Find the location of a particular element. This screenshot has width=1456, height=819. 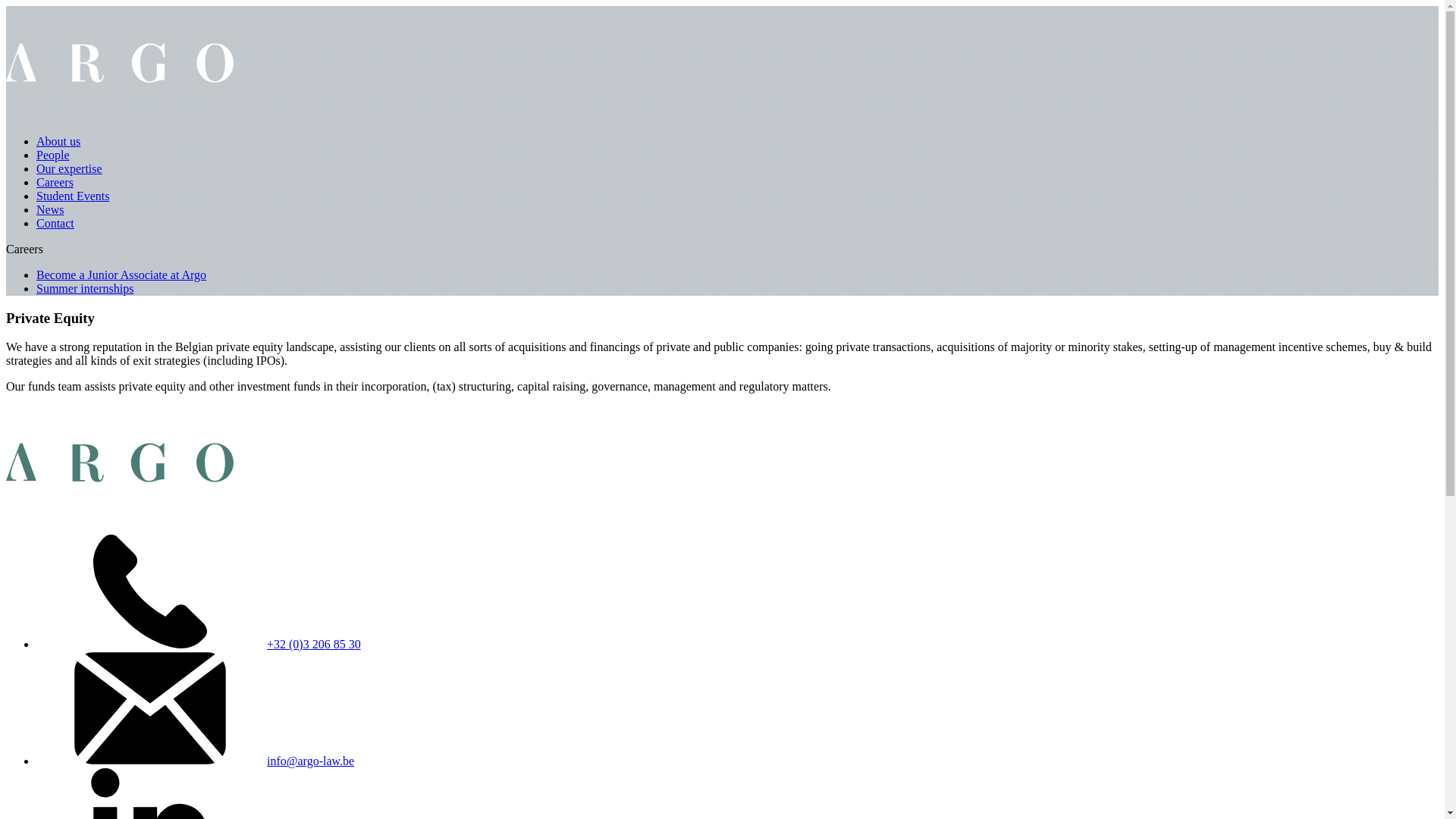

'About us' is located at coordinates (58, 141).